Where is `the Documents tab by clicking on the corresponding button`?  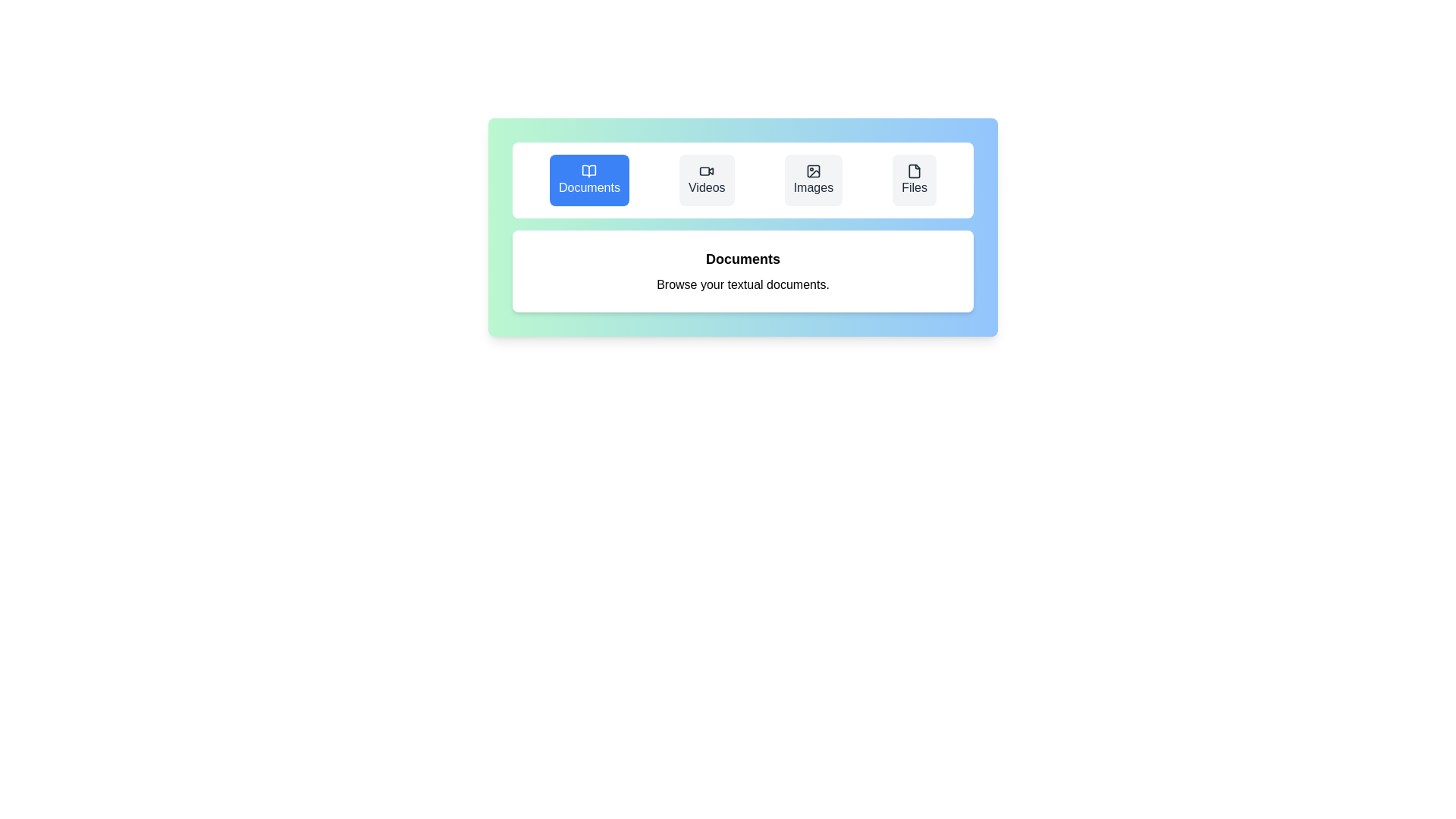 the Documents tab by clicking on the corresponding button is located at coordinates (588, 180).